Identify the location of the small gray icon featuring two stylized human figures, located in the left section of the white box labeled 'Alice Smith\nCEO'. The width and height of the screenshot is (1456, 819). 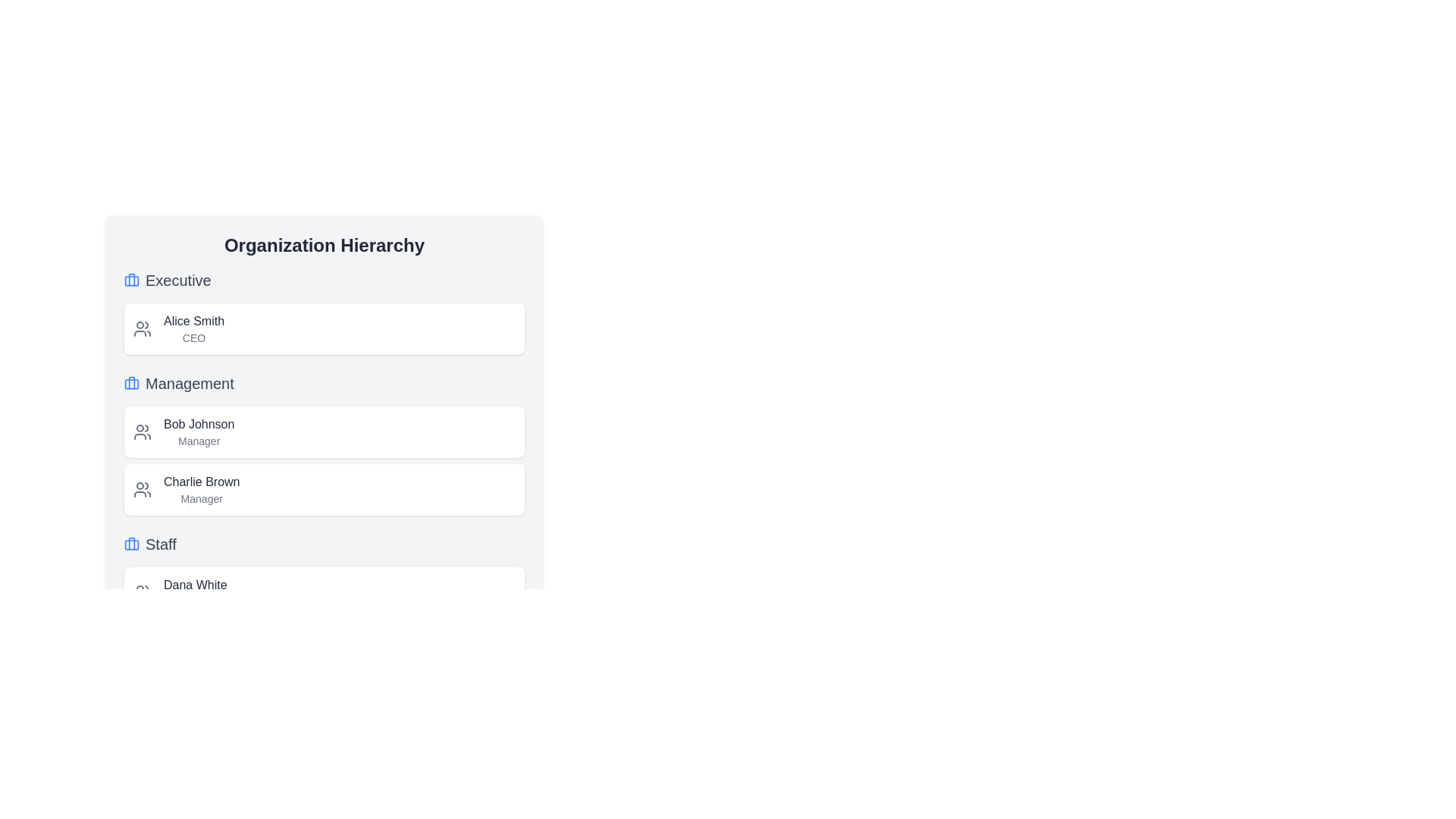
(142, 328).